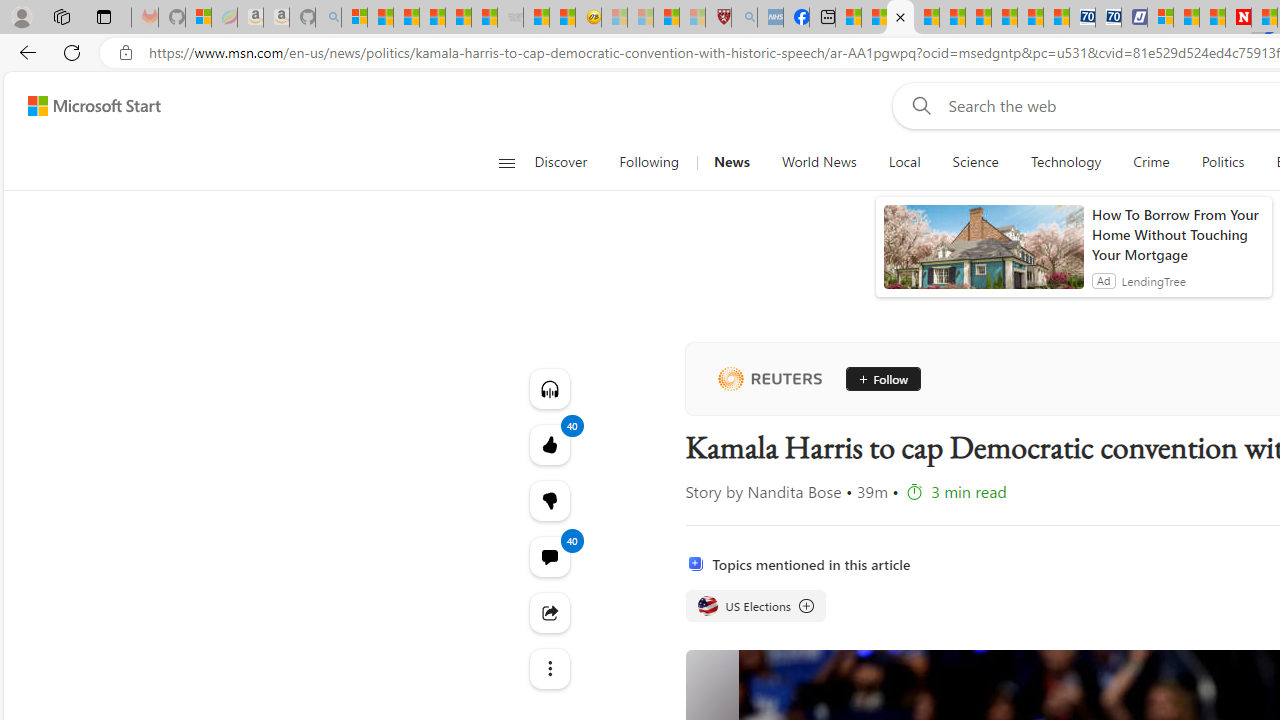  I want to click on 'Politics', so click(1222, 162).